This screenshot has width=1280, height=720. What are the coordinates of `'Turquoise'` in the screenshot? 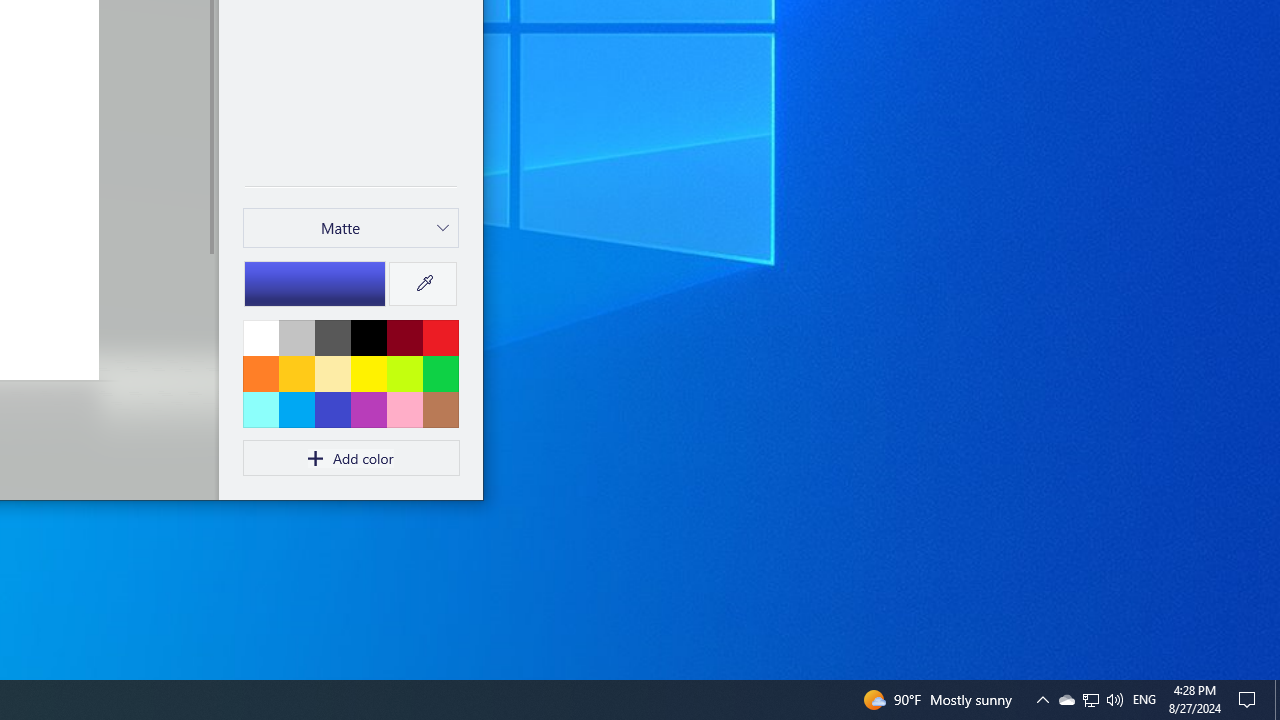 It's located at (295, 408).